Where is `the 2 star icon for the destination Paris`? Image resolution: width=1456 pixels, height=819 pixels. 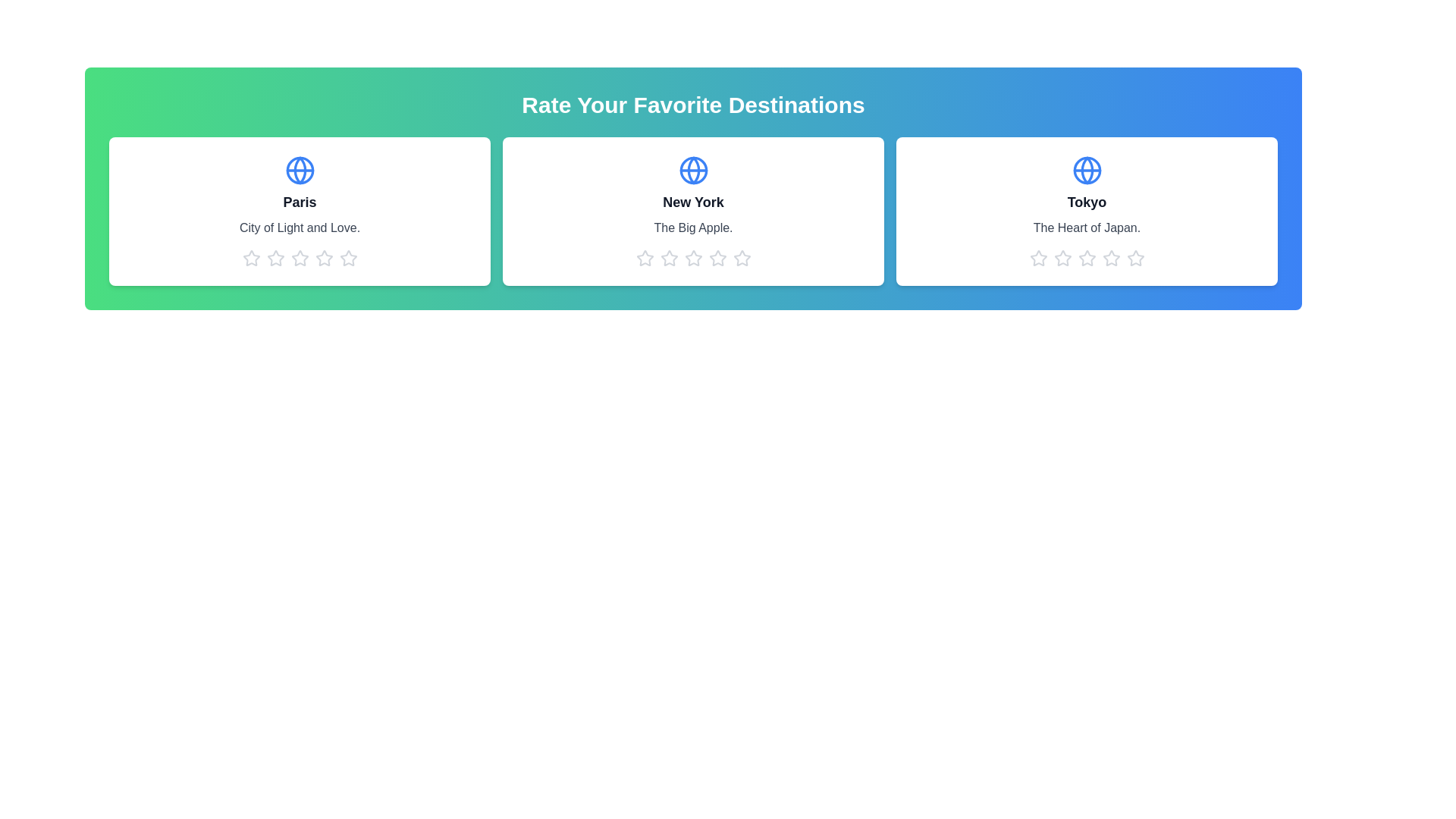
the 2 star icon for the destination Paris is located at coordinates (275, 257).